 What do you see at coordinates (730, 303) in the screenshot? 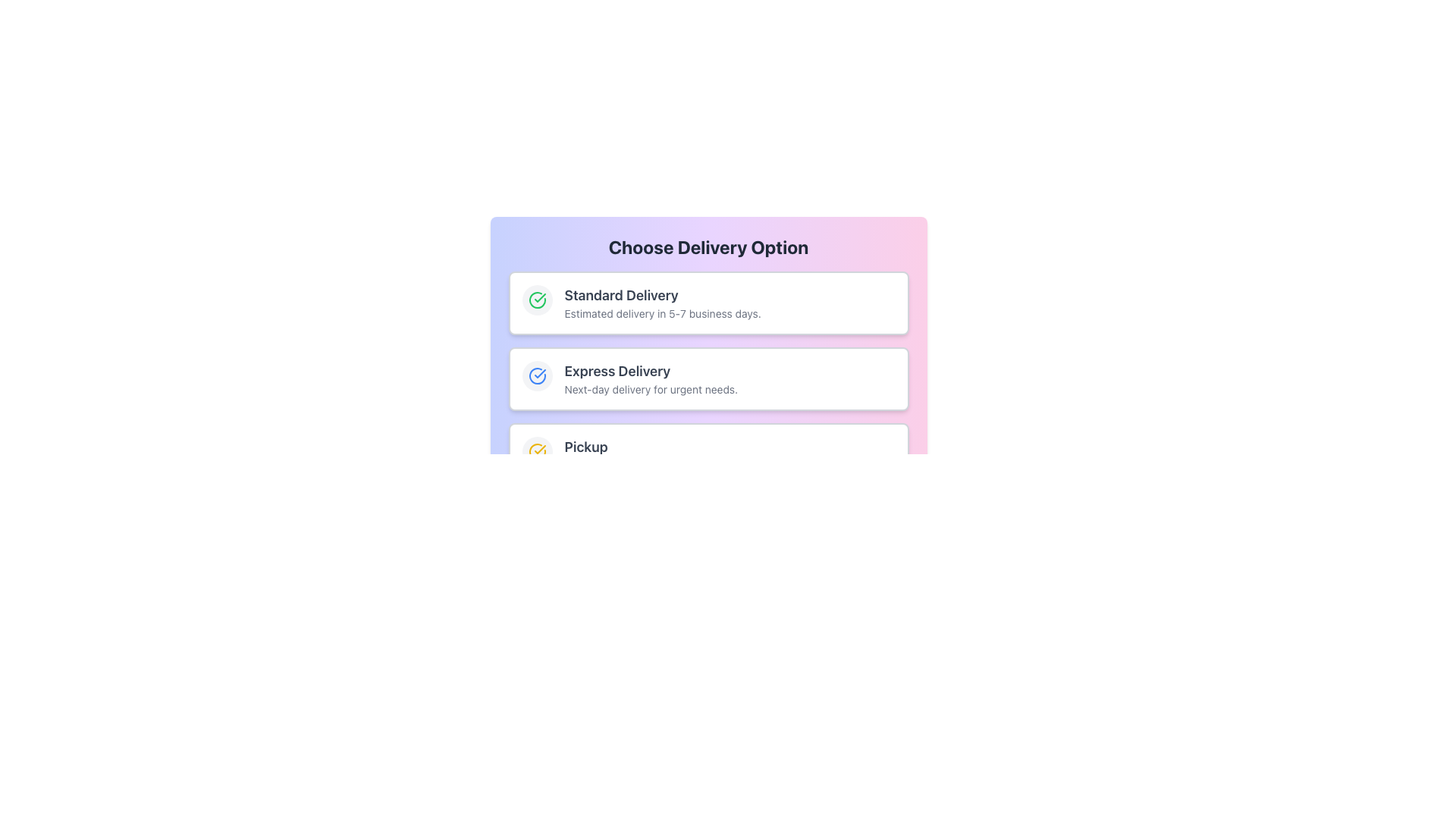
I see `the text element displaying 'Standard Delivery' and 'Estimated delivery in 5-7 business days', located in the 'Choose Delivery Option' form interface` at bounding box center [730, 303].